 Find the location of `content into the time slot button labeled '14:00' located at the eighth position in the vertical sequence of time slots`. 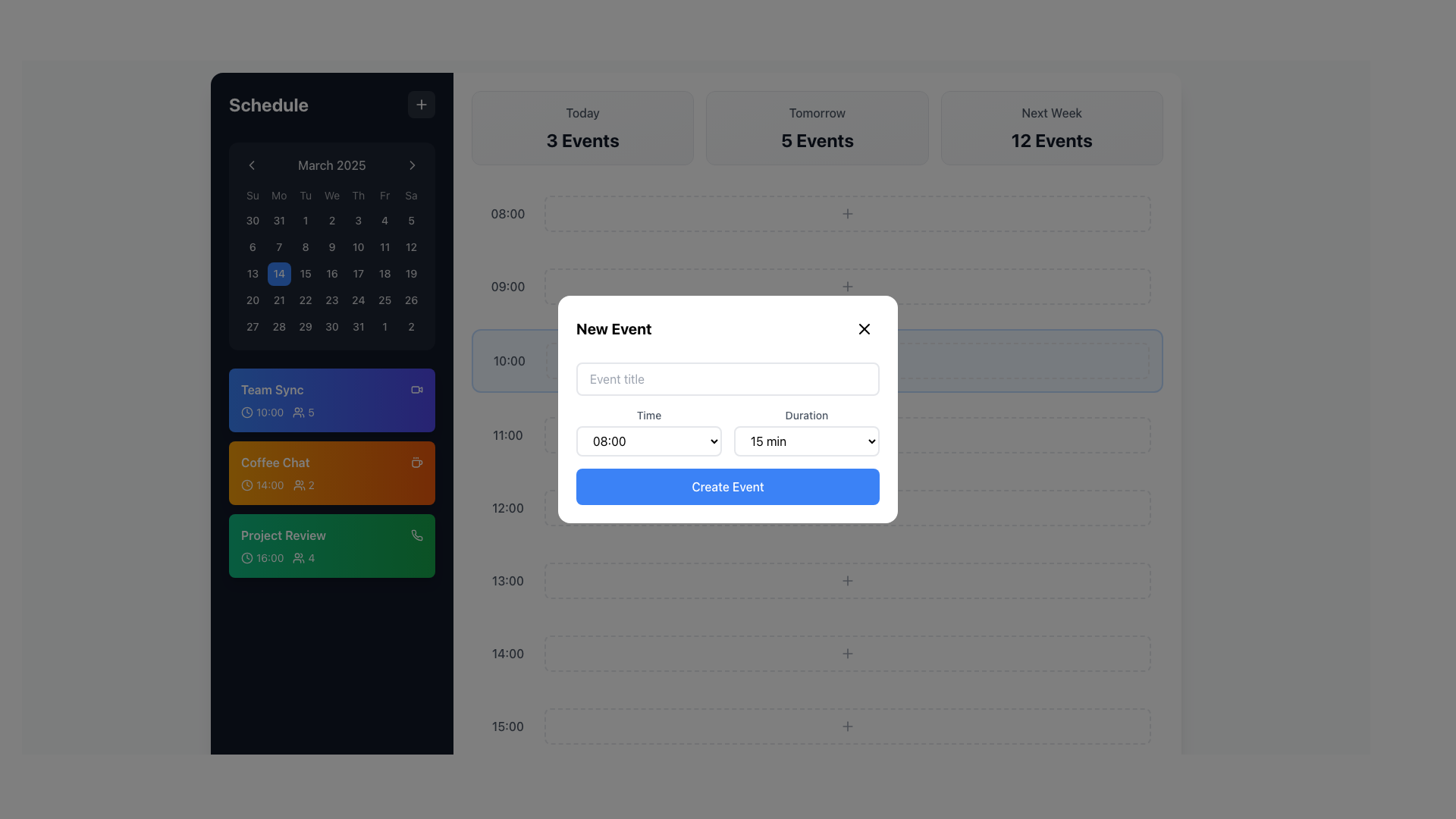

content into the time slot button labeled '14:00' located at the eighth position in the vertical sequence of time slots is located at coordinates (817, 652).